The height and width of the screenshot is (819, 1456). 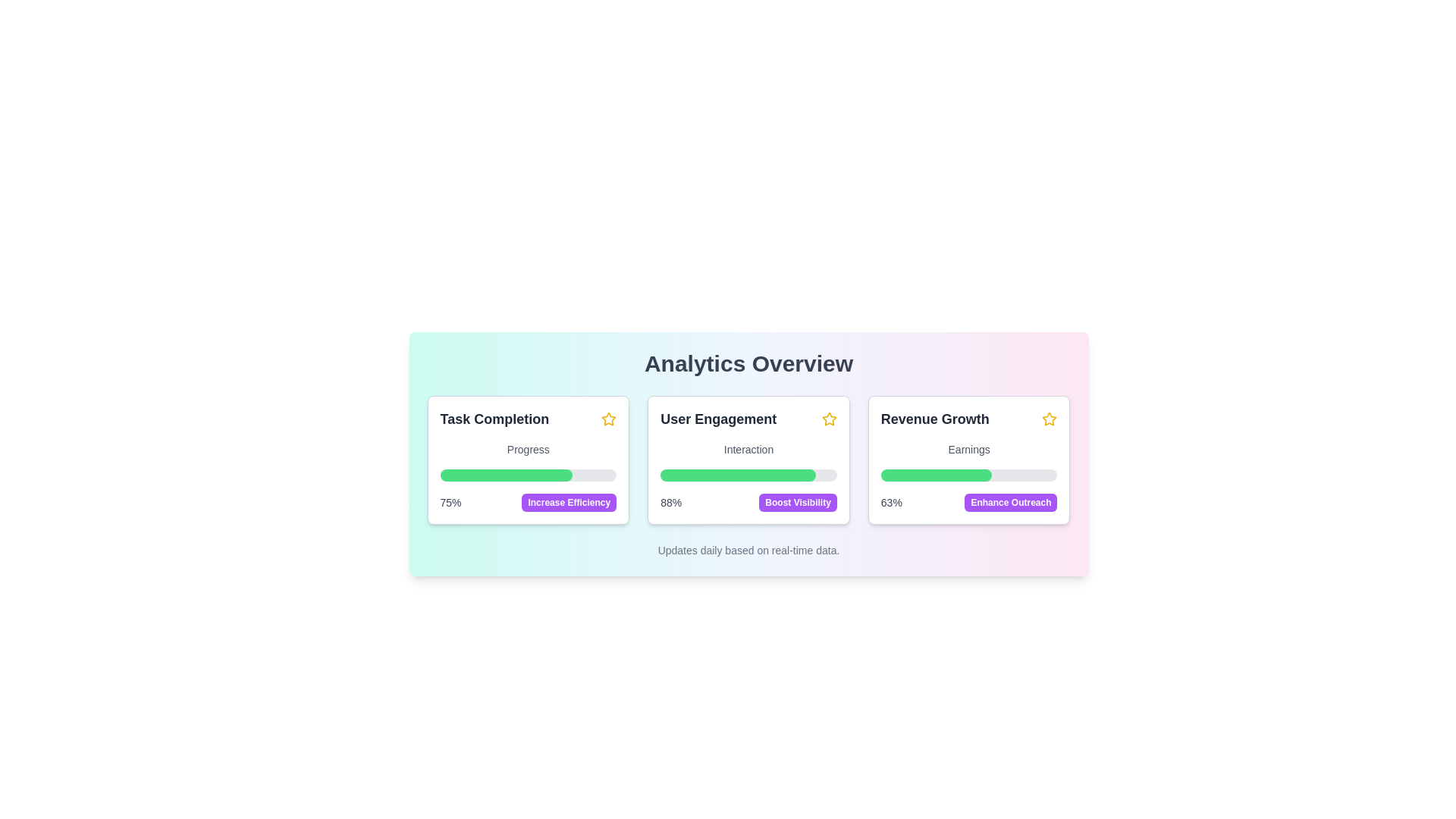 I want to click on the Text Display that shows '63%' within the 'Revenue Growth' card, located slightly to the left of the 'Enhance Outreach' button, so click(x=891, y=503).